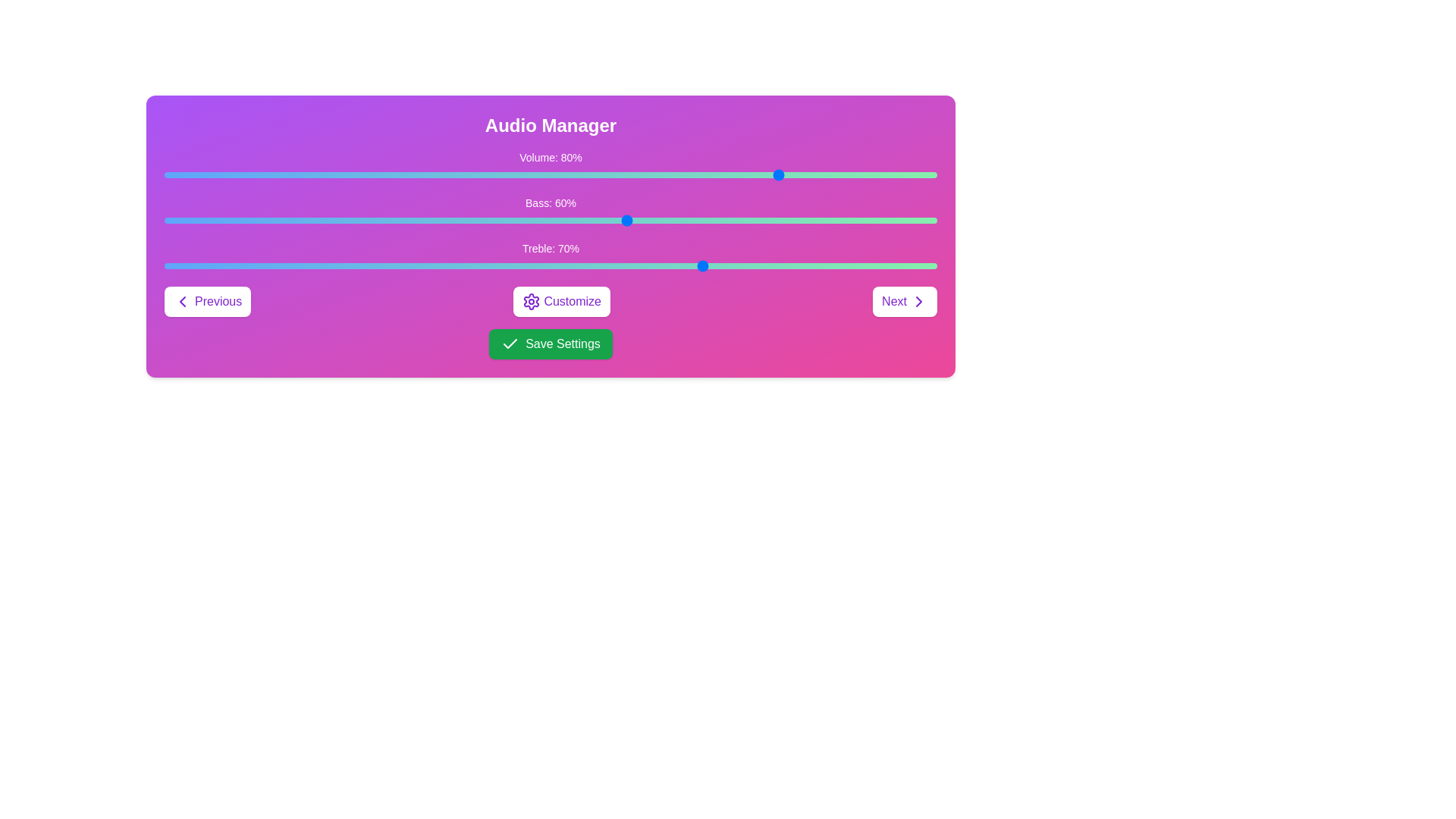 Image resolution: width=1456 pixels, height=819 pixels. What do you see at coordinates (532, 301) in the screenshot?
I see `the settings icon located in the center of the 'Customize' button` at bounding box center [532, 301].